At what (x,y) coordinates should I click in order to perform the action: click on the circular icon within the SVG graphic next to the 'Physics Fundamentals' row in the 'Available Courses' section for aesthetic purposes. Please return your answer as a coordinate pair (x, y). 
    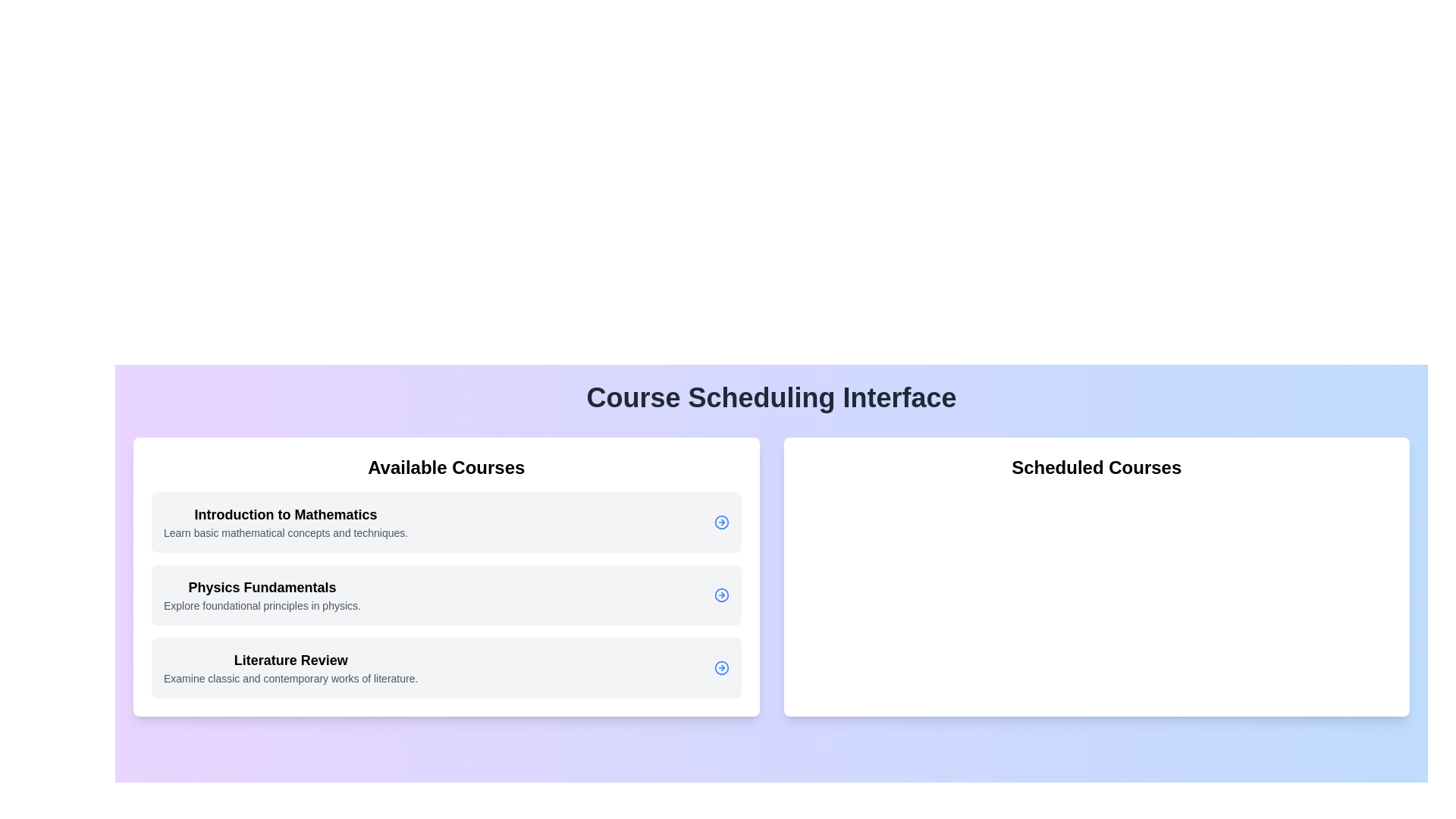
    Looking at the image, I should click on (720, 595).